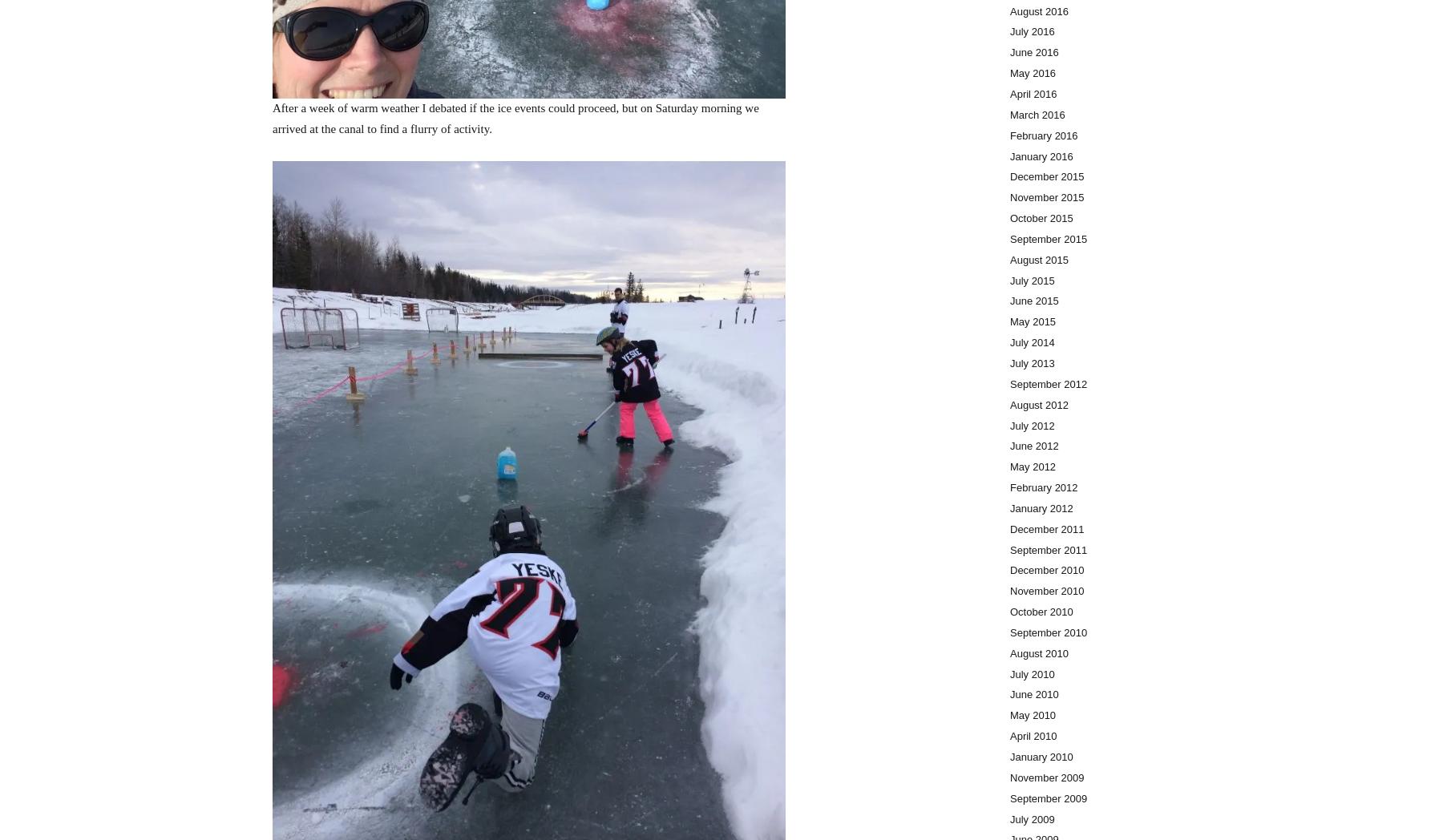 The height and width of the screenshot is (840, 1443). Describe the element at coordinates (1034, 300) in the screenshot. I see `'June 2015'` at that location.